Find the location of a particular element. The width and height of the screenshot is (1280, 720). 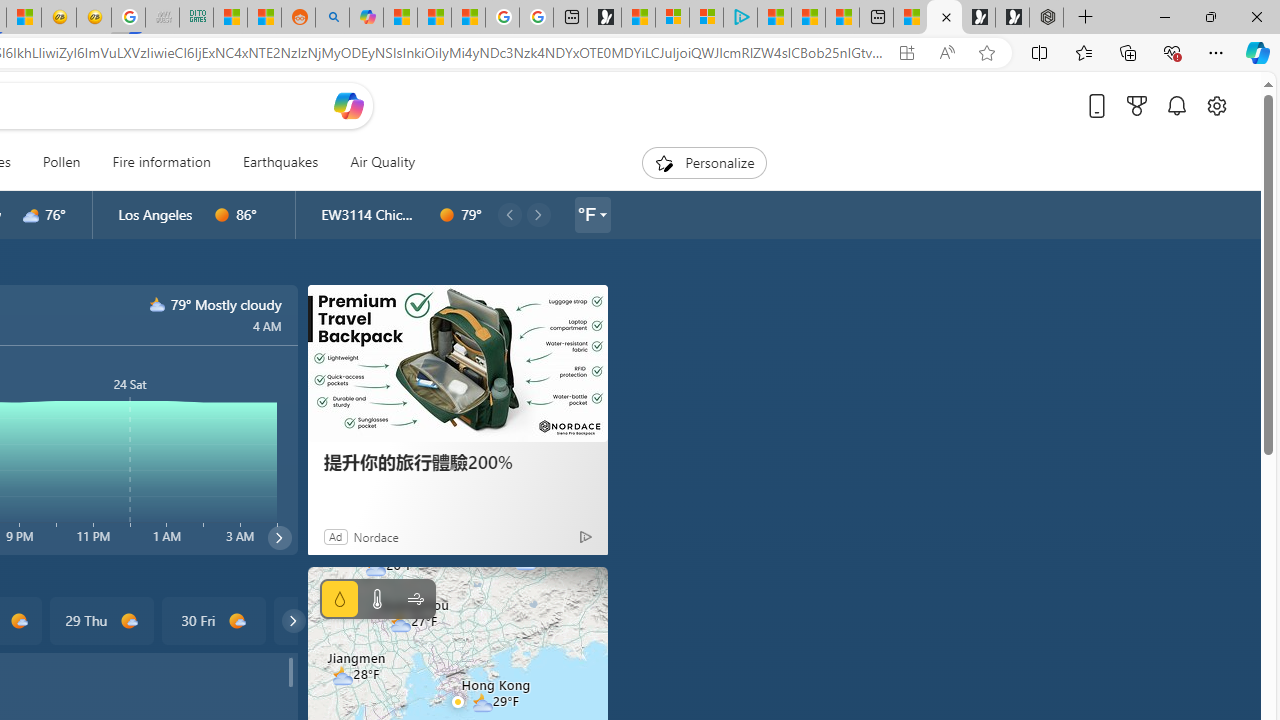

'30 Fri d1000' is located at coordinates (213, 620).